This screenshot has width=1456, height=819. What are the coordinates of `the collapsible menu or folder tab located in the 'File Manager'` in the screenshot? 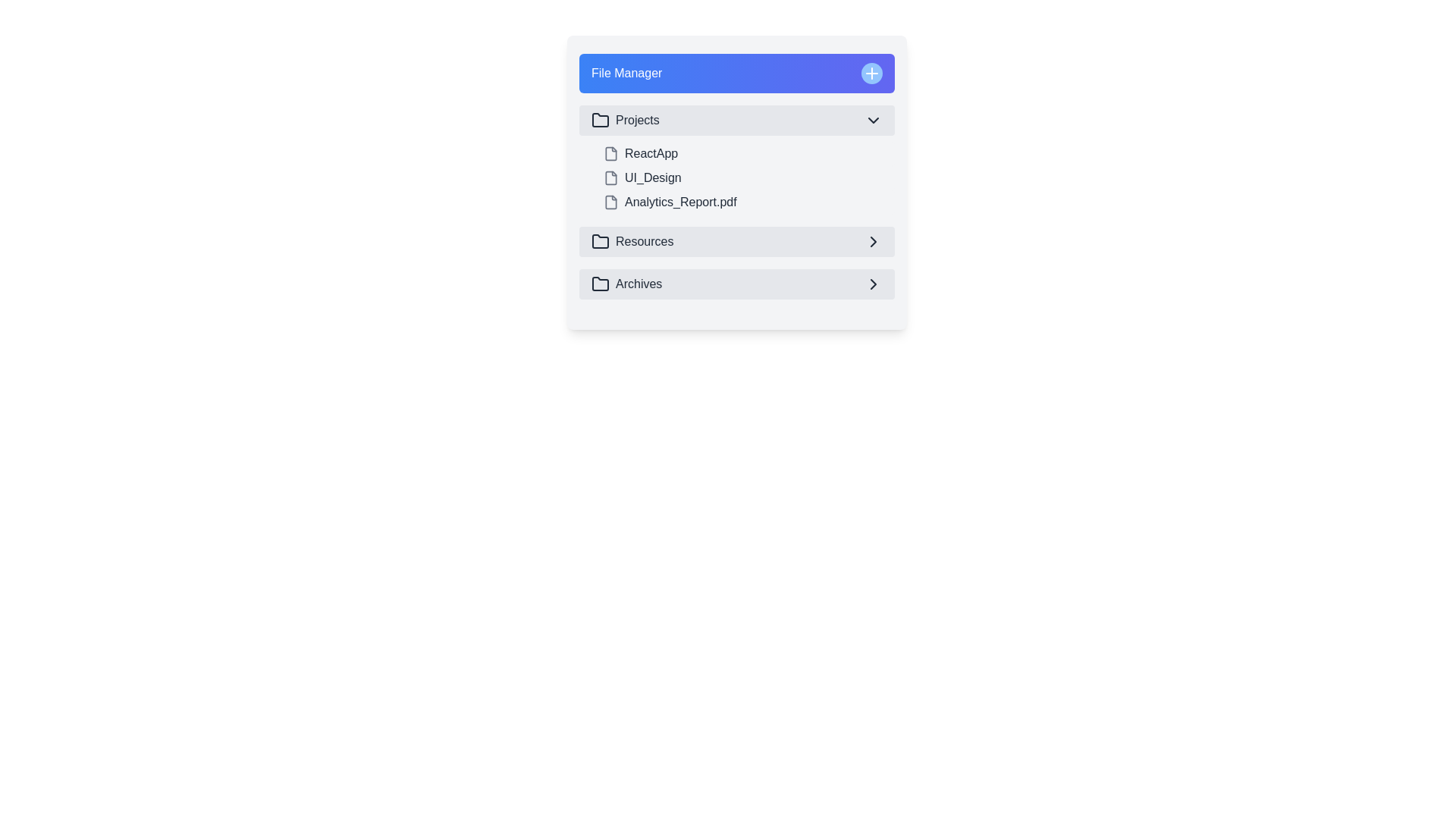 It's located at (736, 119).